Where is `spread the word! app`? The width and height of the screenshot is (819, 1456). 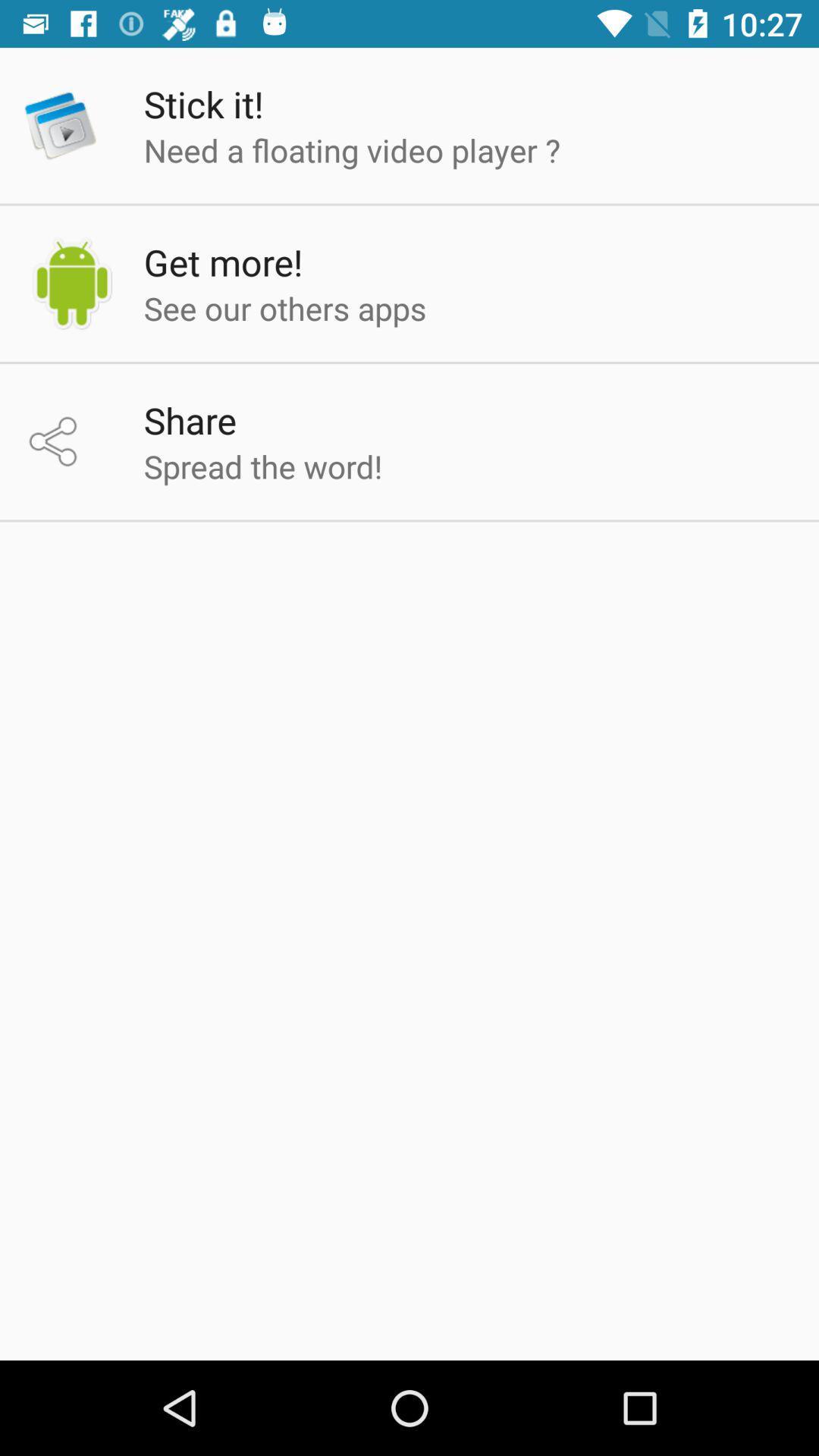
spread the word! app is located at coordinates (262, 465).